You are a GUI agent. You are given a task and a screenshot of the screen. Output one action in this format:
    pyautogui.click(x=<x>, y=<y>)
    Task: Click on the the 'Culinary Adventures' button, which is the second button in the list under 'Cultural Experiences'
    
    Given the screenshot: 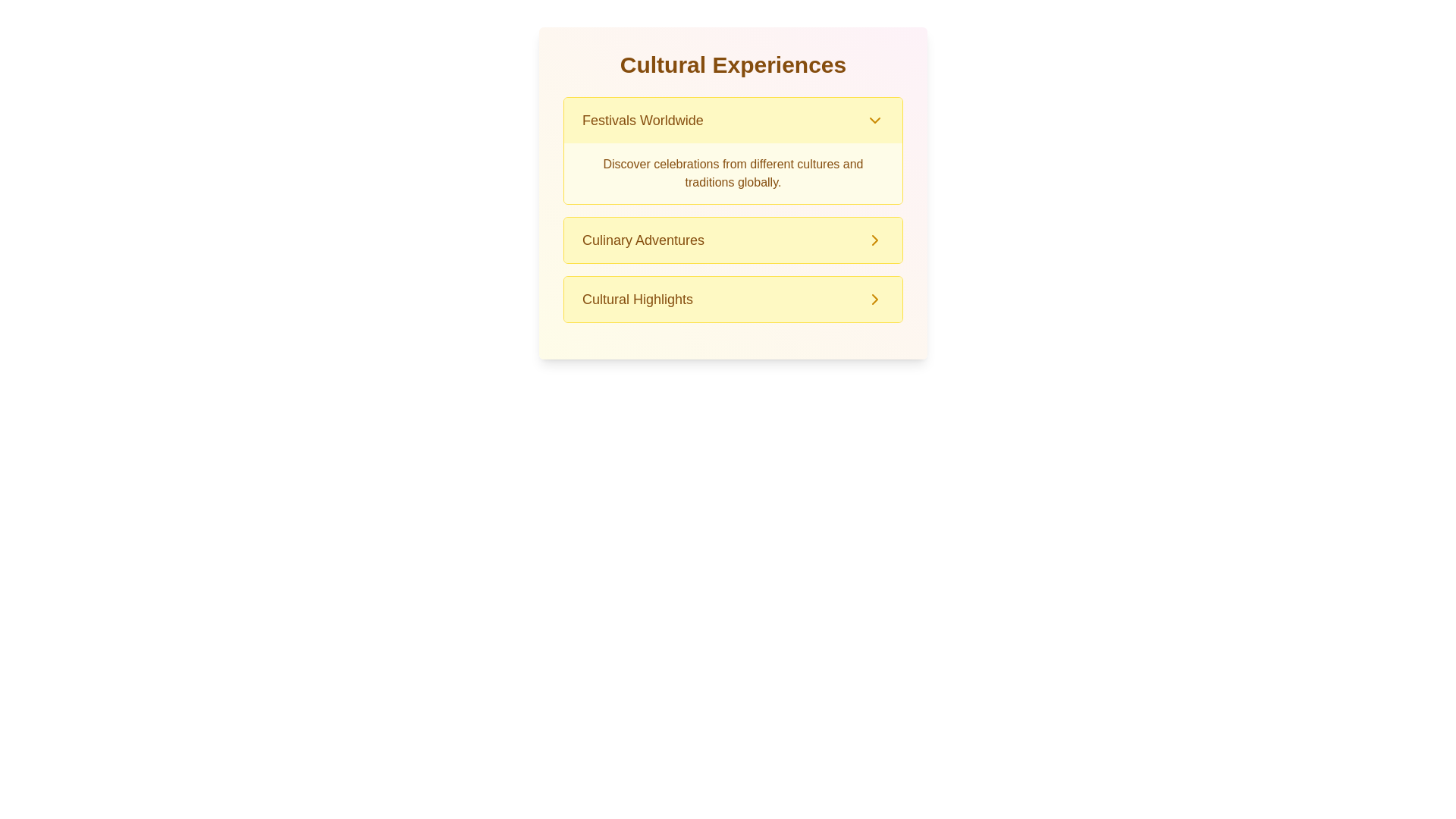 What is the action you would take?
    pyautogui.click(x=733, y=239)
    